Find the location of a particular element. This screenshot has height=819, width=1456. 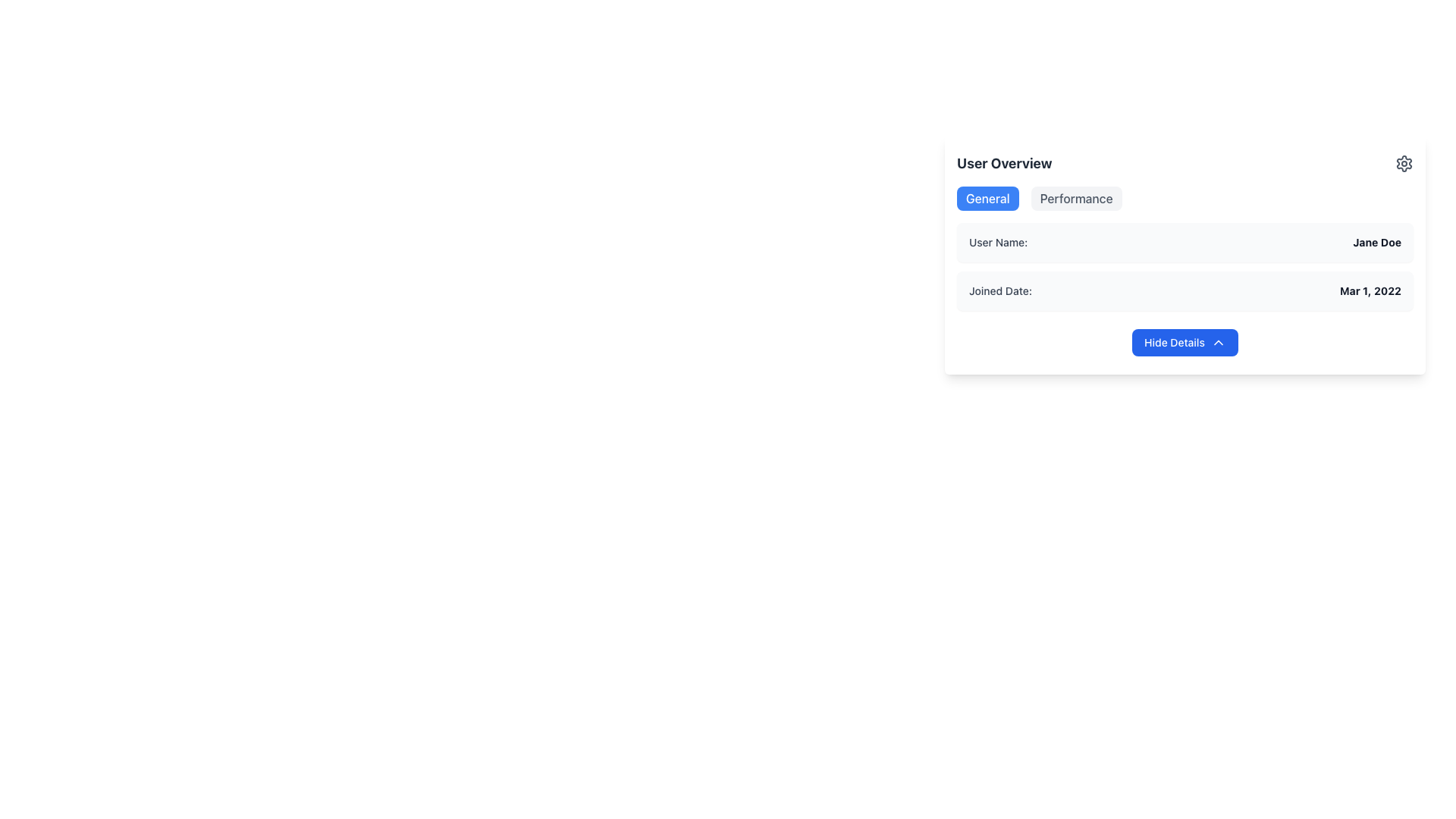

the 'Performance' button, which has a light gray background and gray text is located at coordinates (1075, 198).